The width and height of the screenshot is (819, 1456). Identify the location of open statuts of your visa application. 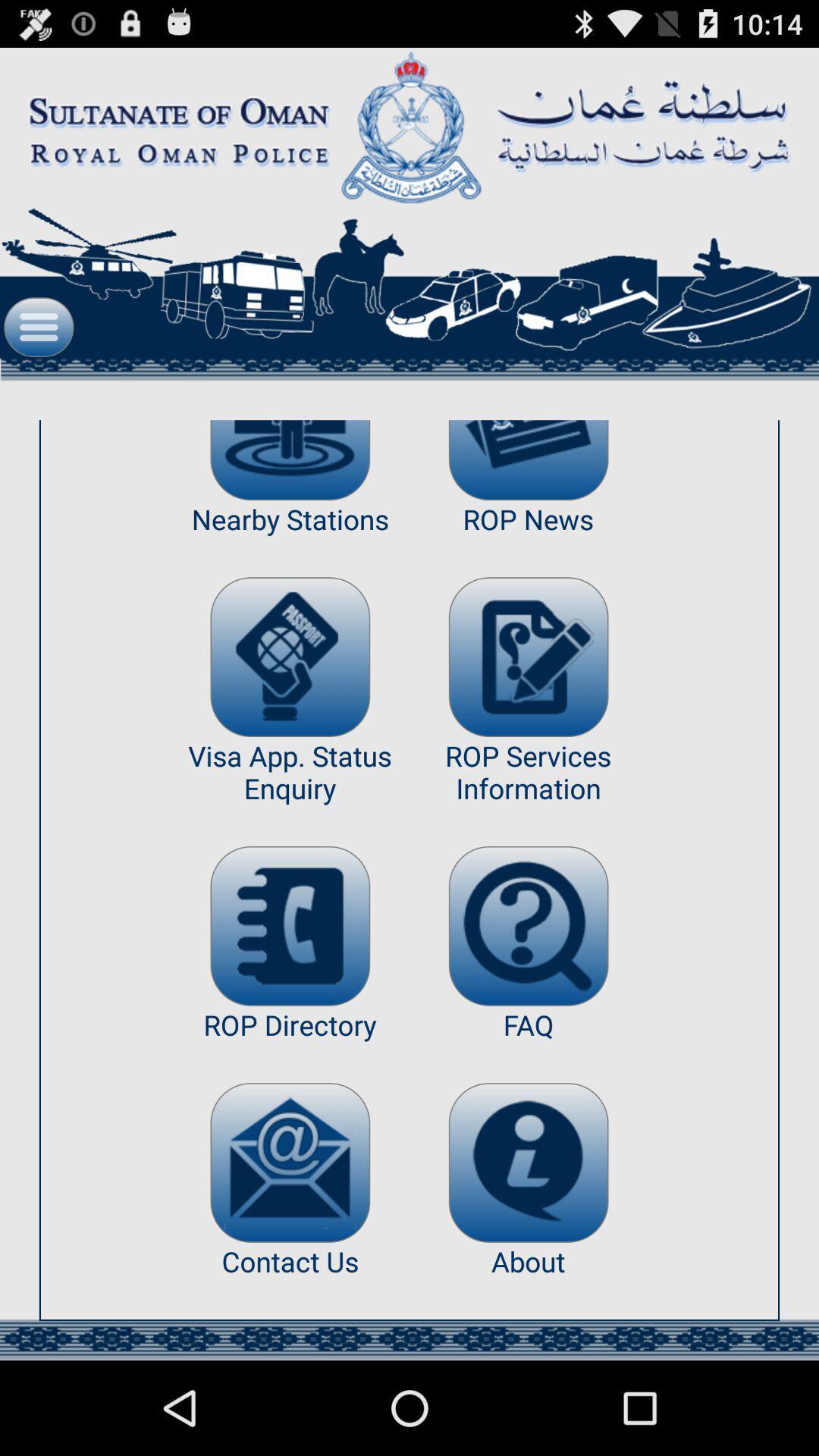
(290, 657).